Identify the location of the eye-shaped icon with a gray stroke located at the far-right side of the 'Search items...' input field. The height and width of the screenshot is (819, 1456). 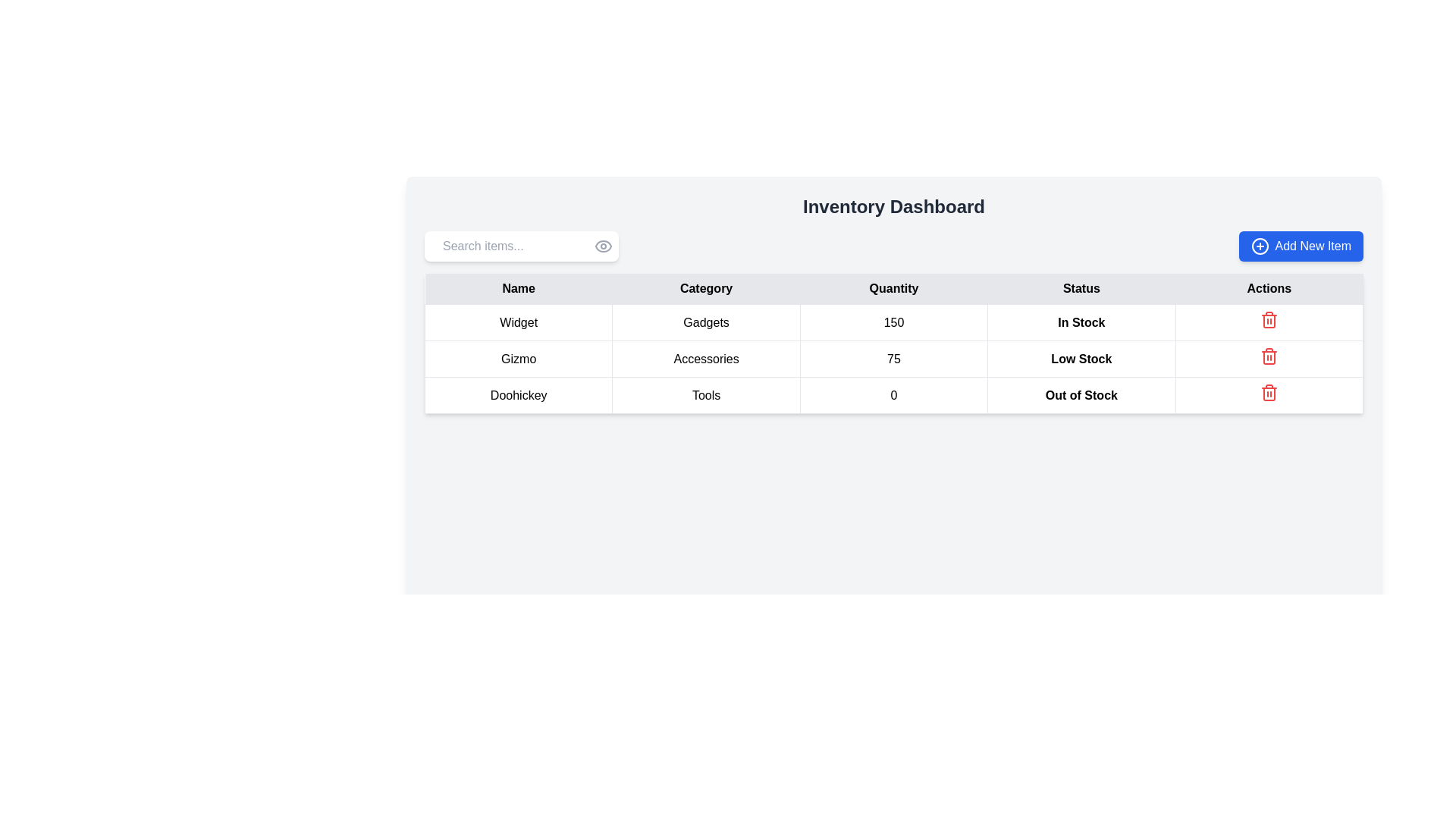
(603, 245).